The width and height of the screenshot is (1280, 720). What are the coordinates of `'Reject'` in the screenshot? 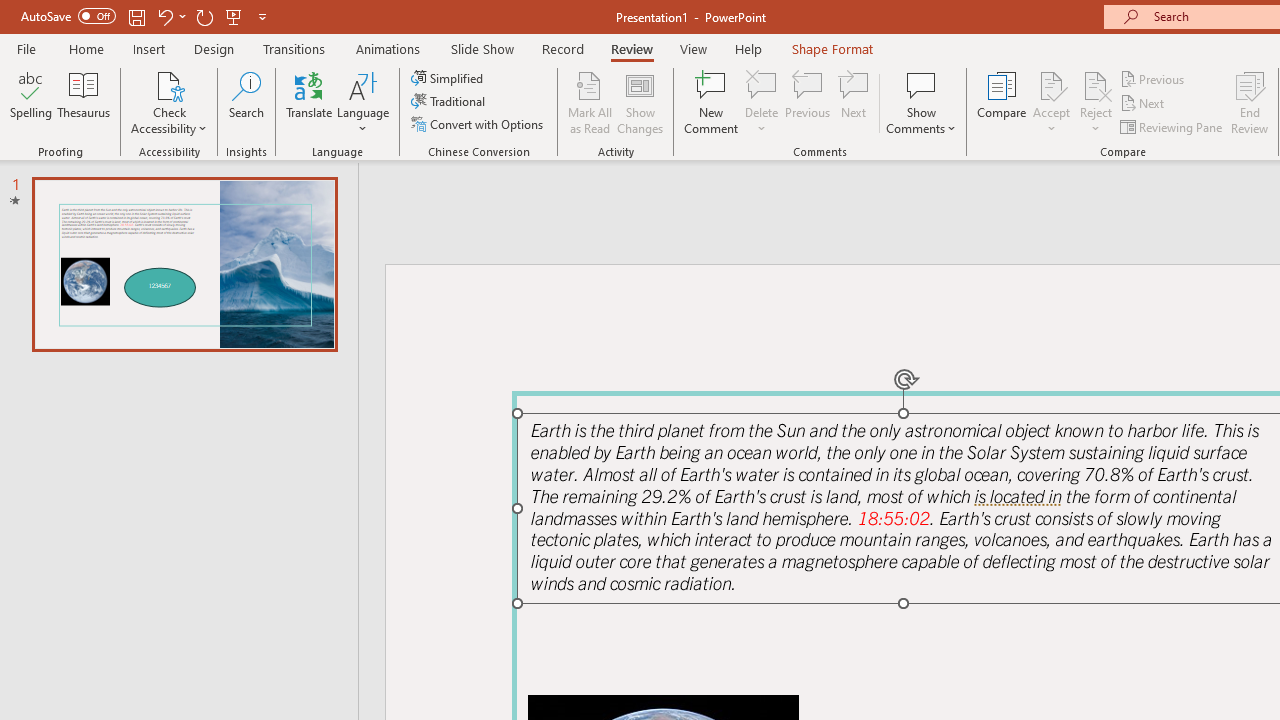 It's located at (1095, 103).